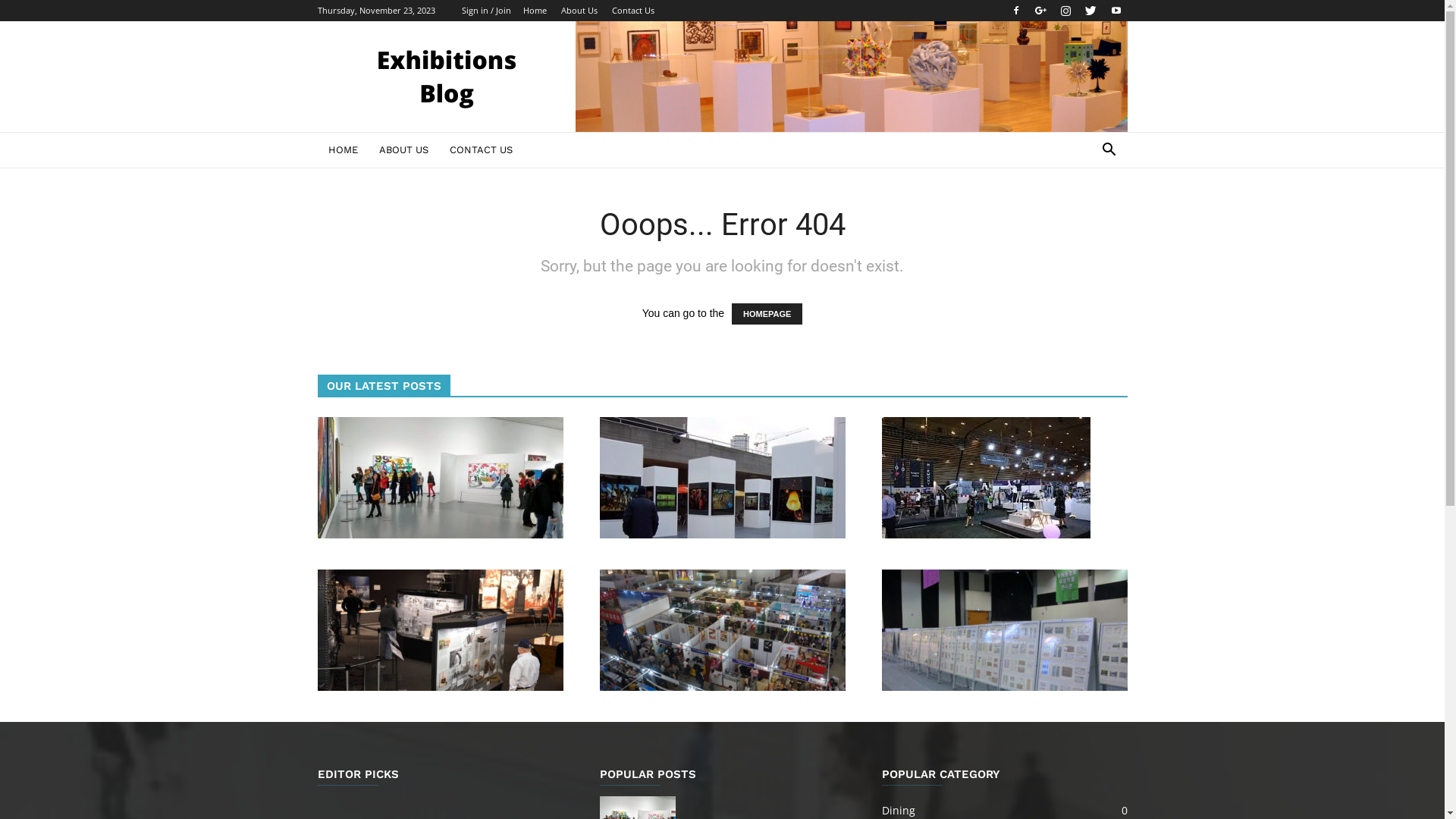 This screenshot has width=1456, height=819. Describe the element at coordinates (1065, 11) in the screenshot. I see `'Instagram'` at that location.